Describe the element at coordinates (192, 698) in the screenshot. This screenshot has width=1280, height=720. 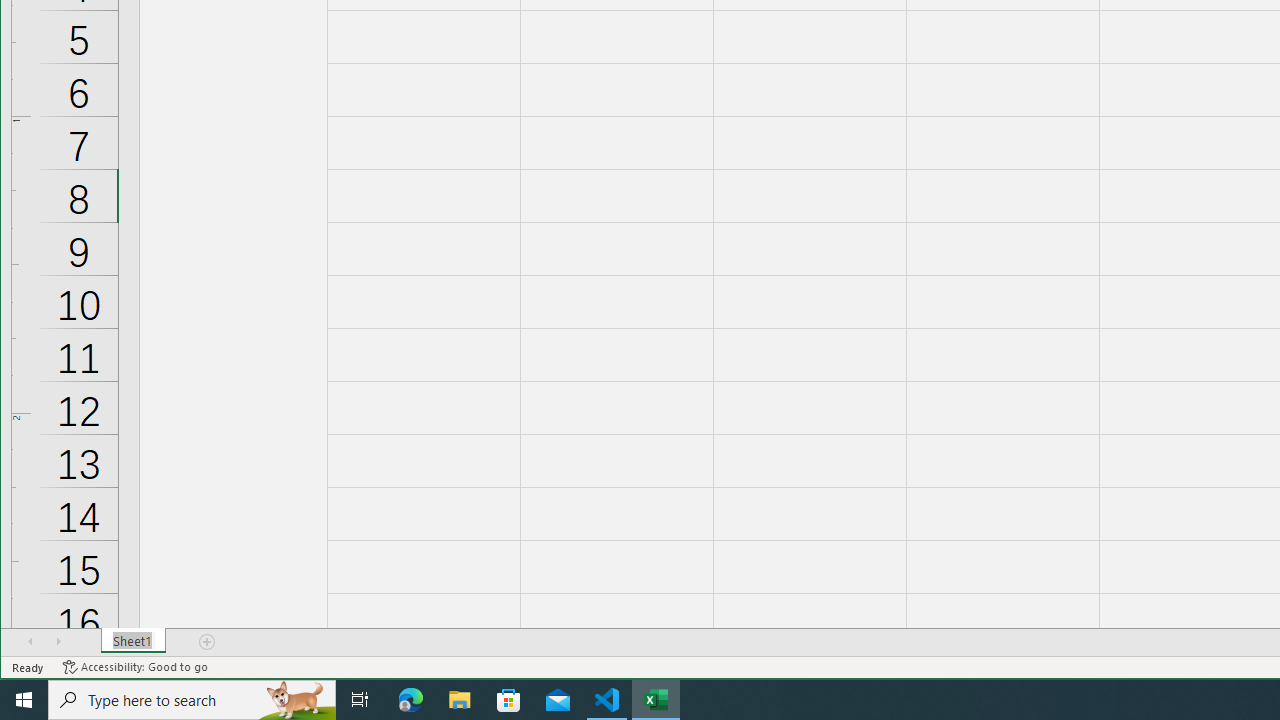
I see `'Type here to search'` at that location.